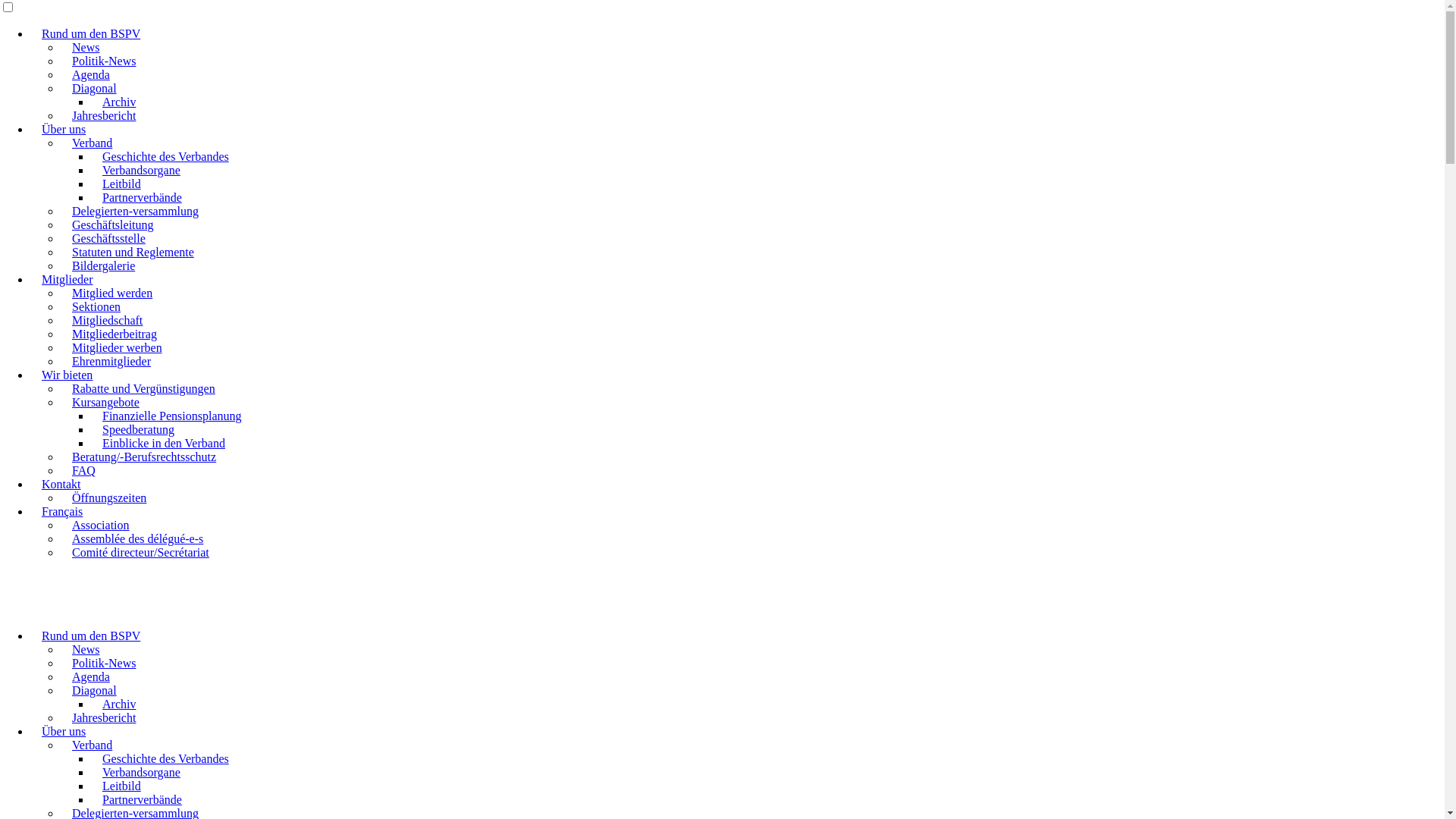 This screenshot has height=819, width=1456. I want to click on 'Jahresbericht', so click(61, 115).